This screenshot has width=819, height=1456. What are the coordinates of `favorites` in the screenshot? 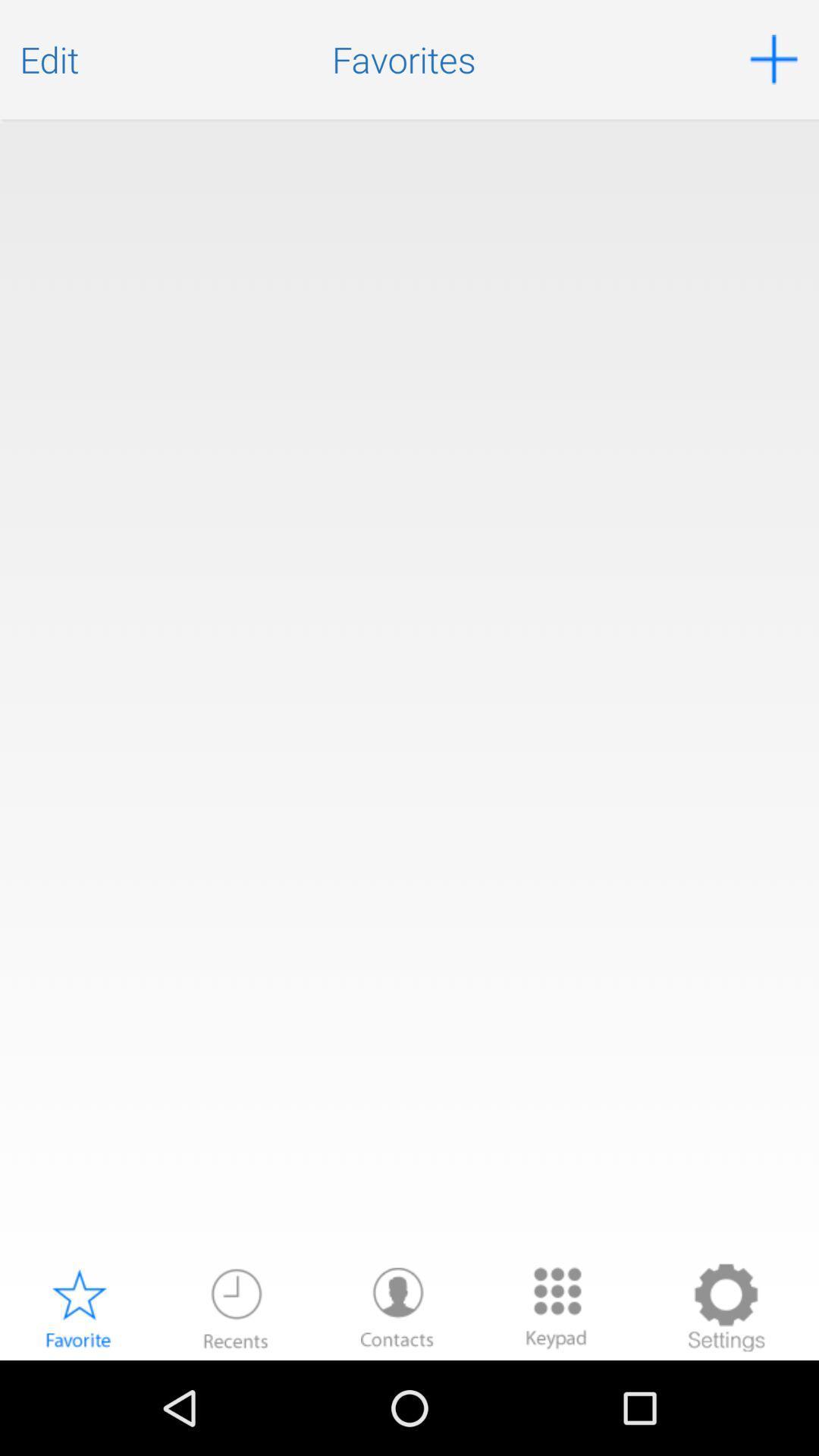 It's located at (78, 1307).